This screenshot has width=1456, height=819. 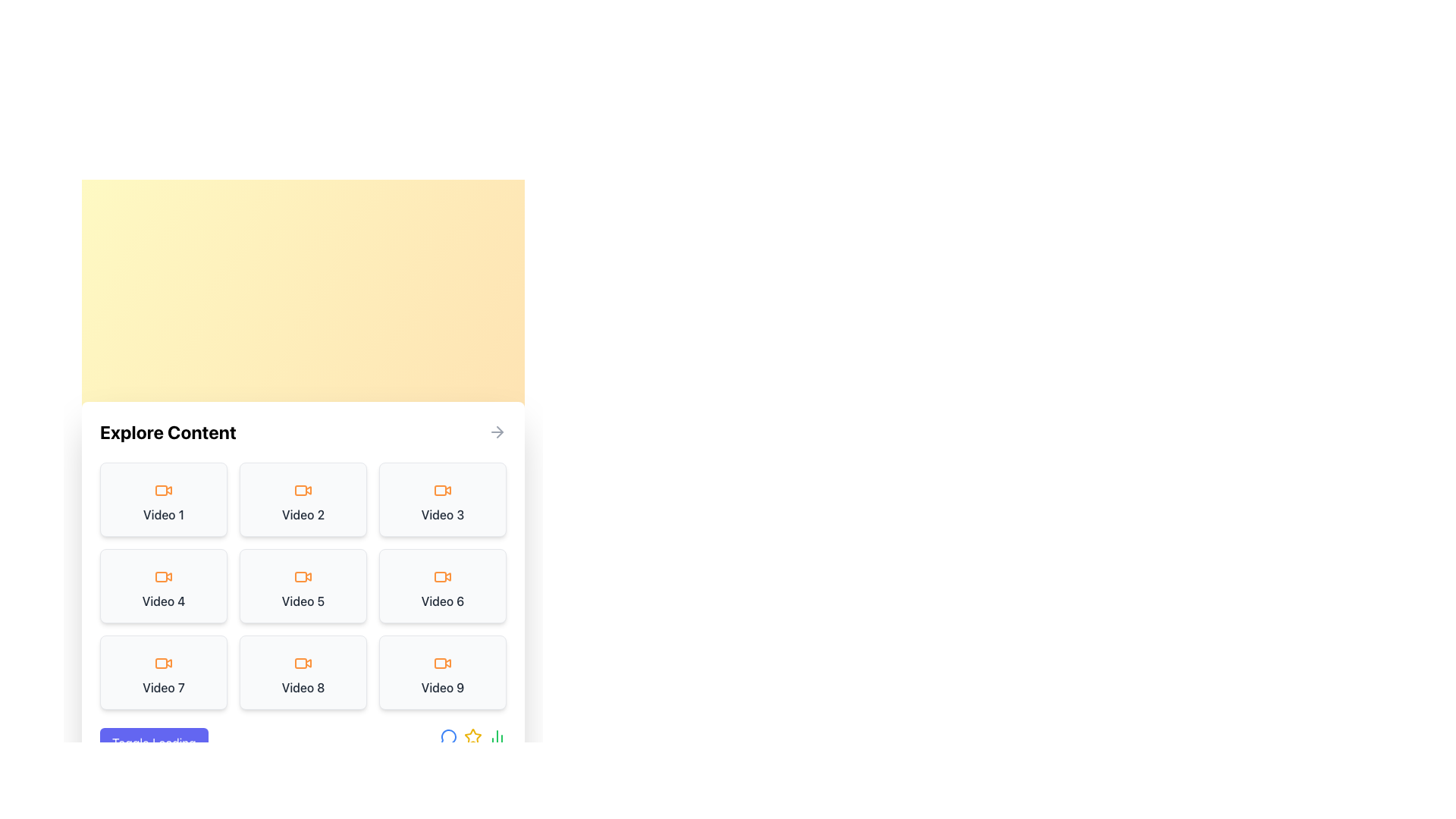 What do you see at coordinates (442, 687) in the screenshot?
I see `static text label 'Video 9' located at the bottom-right corner of the 3x3 grid of video items` at bounding box center [442, 687].